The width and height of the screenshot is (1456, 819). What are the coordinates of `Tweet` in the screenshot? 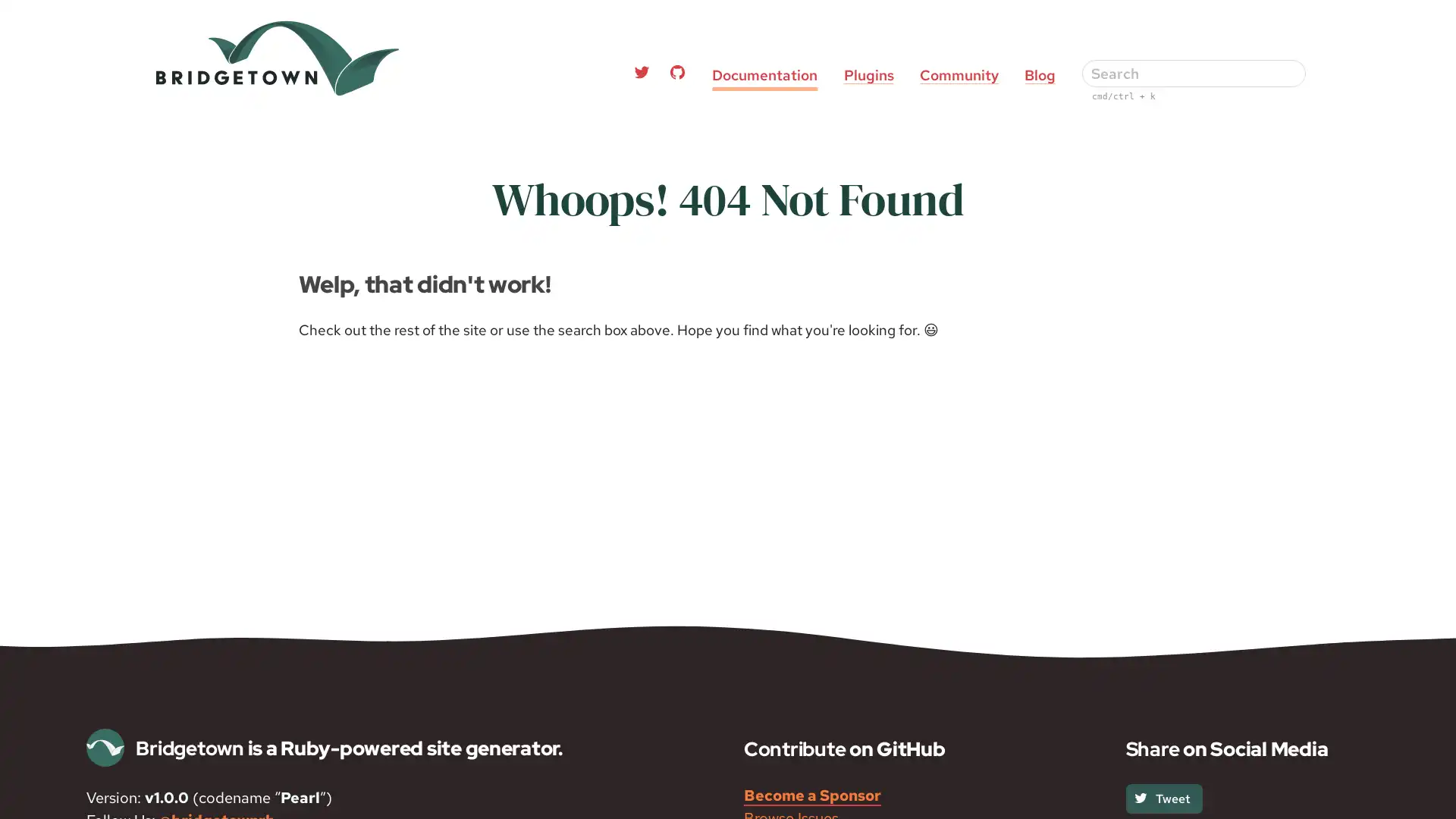 It's located at (1163, 797).